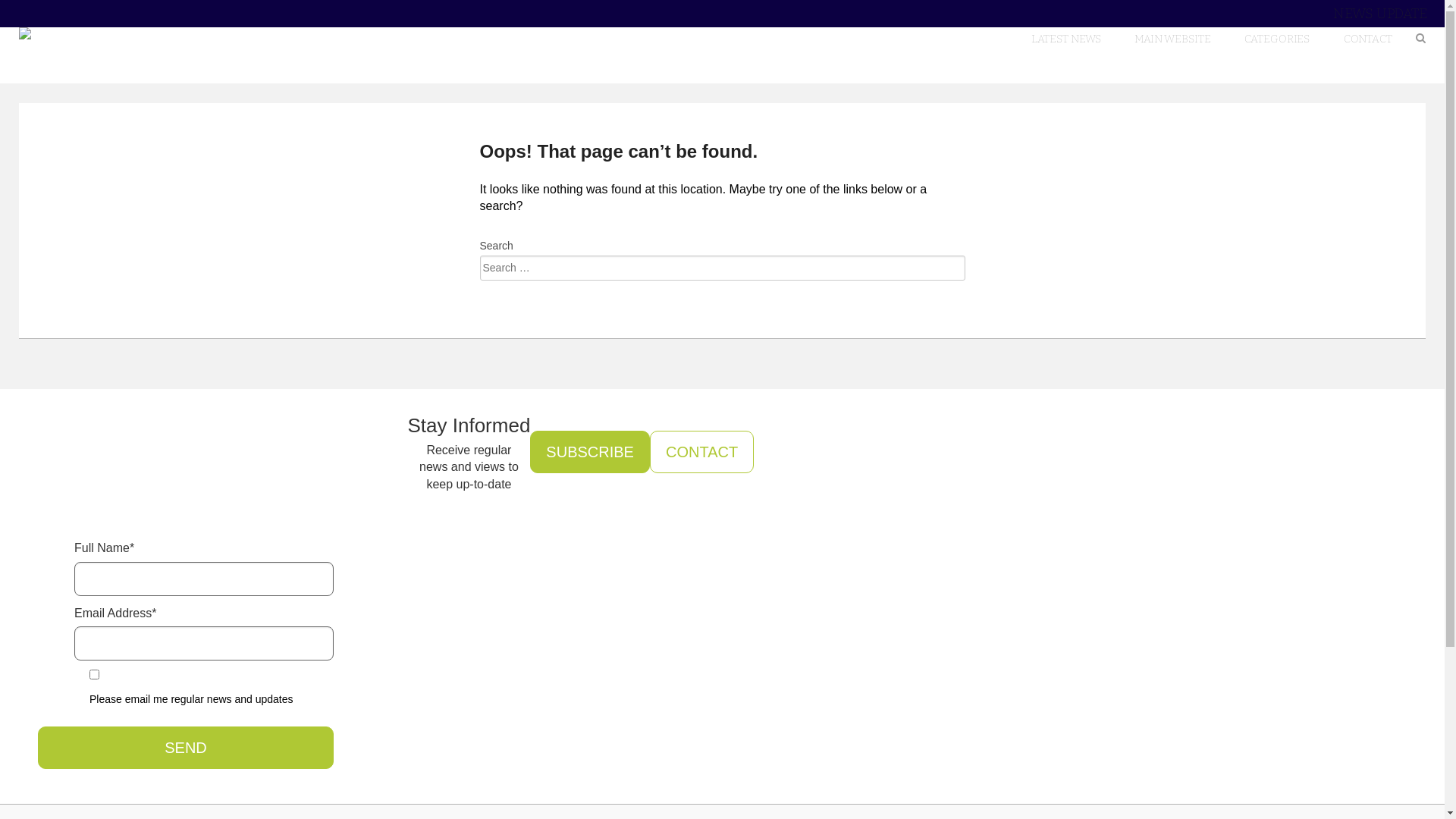  What do you see at coordinates (1065, 38) in the screenshot?
I see `'LATEST NEWS'` at bounding box center [1065, 38].